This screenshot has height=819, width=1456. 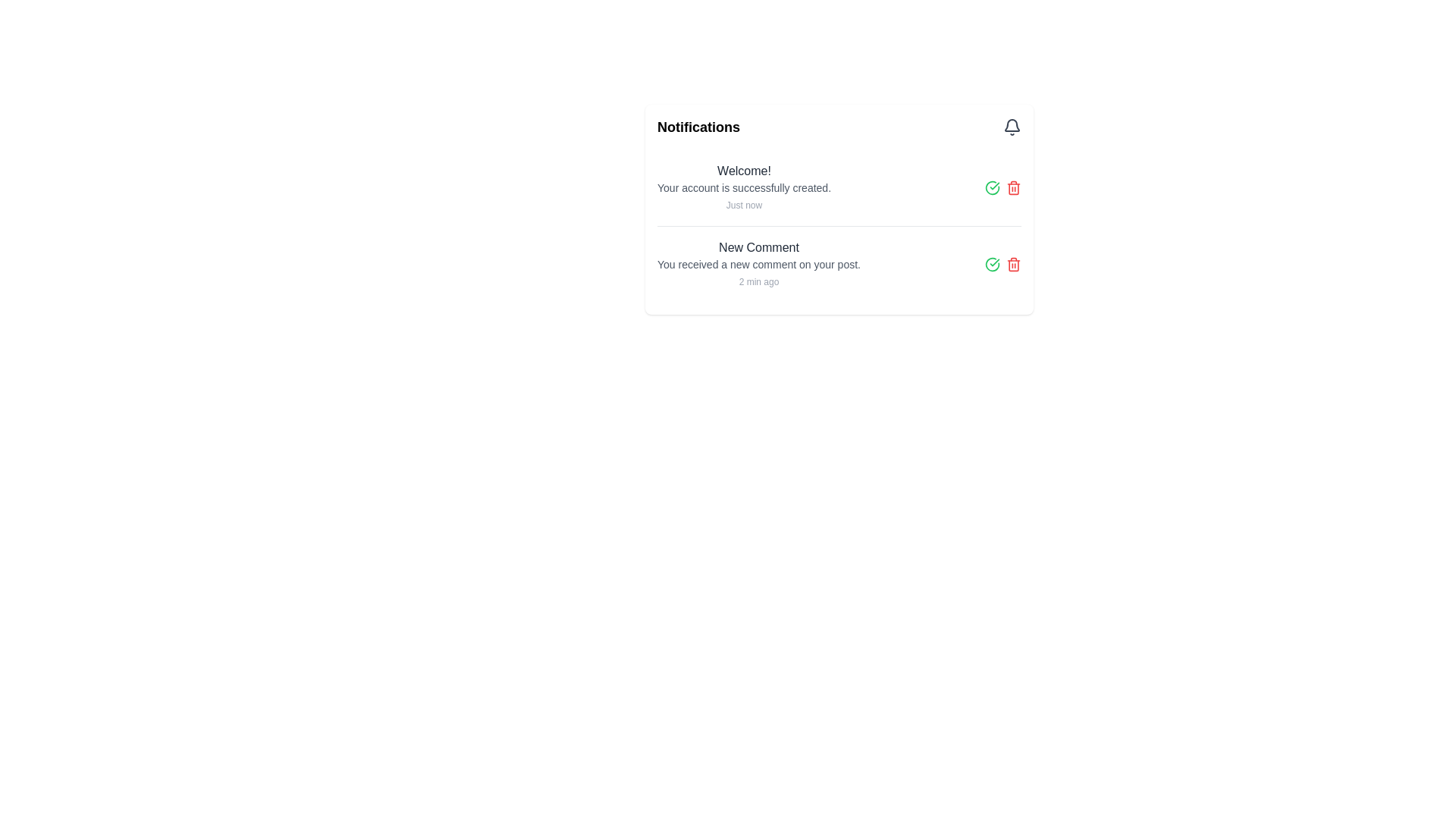 I want to click on time information from the Text label indicating the time of the notification event located in the notification panel under the text 'Your account is successfully created.', so click(x=744, y=205).